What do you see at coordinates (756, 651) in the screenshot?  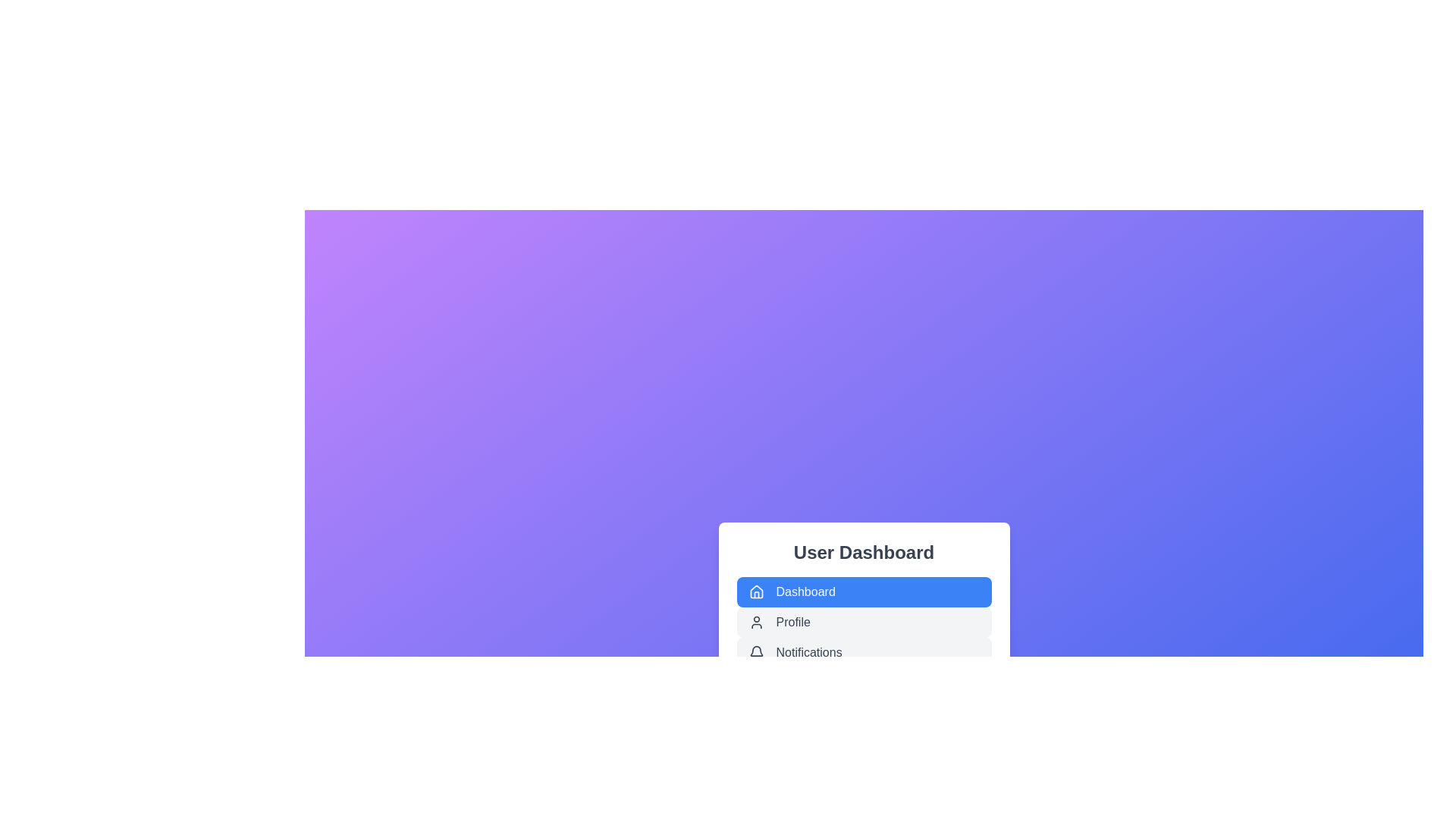 I see `the bell icon representing notifications, which is located in the 'Notifications' menu item under 'User Dashboard'` at bounding box center [756, 651].